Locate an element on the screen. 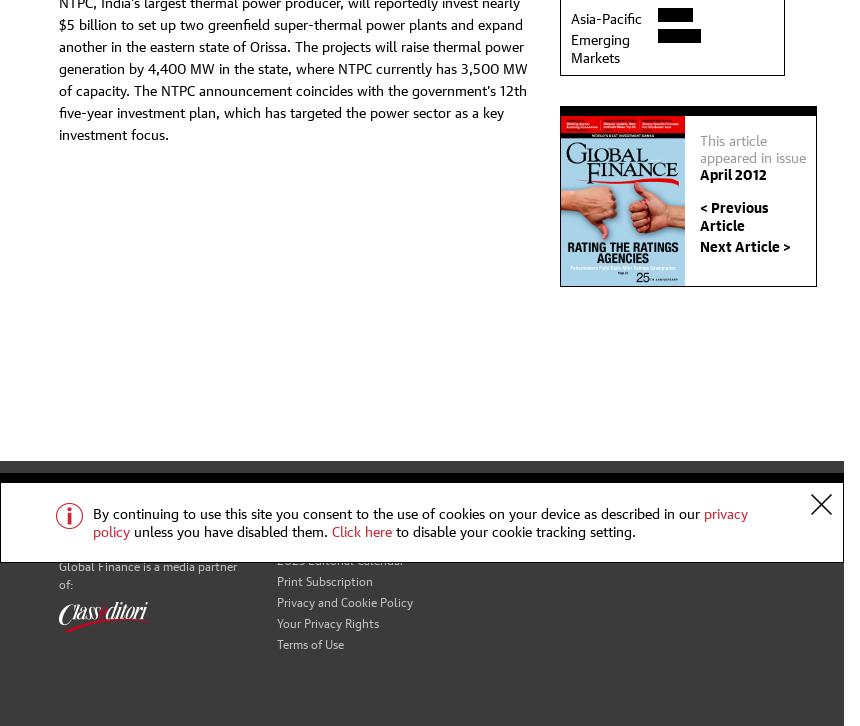 The width and height of the screenshot is (860, 726). 'Asia-Pacific' is located at coordinates (570, 15).